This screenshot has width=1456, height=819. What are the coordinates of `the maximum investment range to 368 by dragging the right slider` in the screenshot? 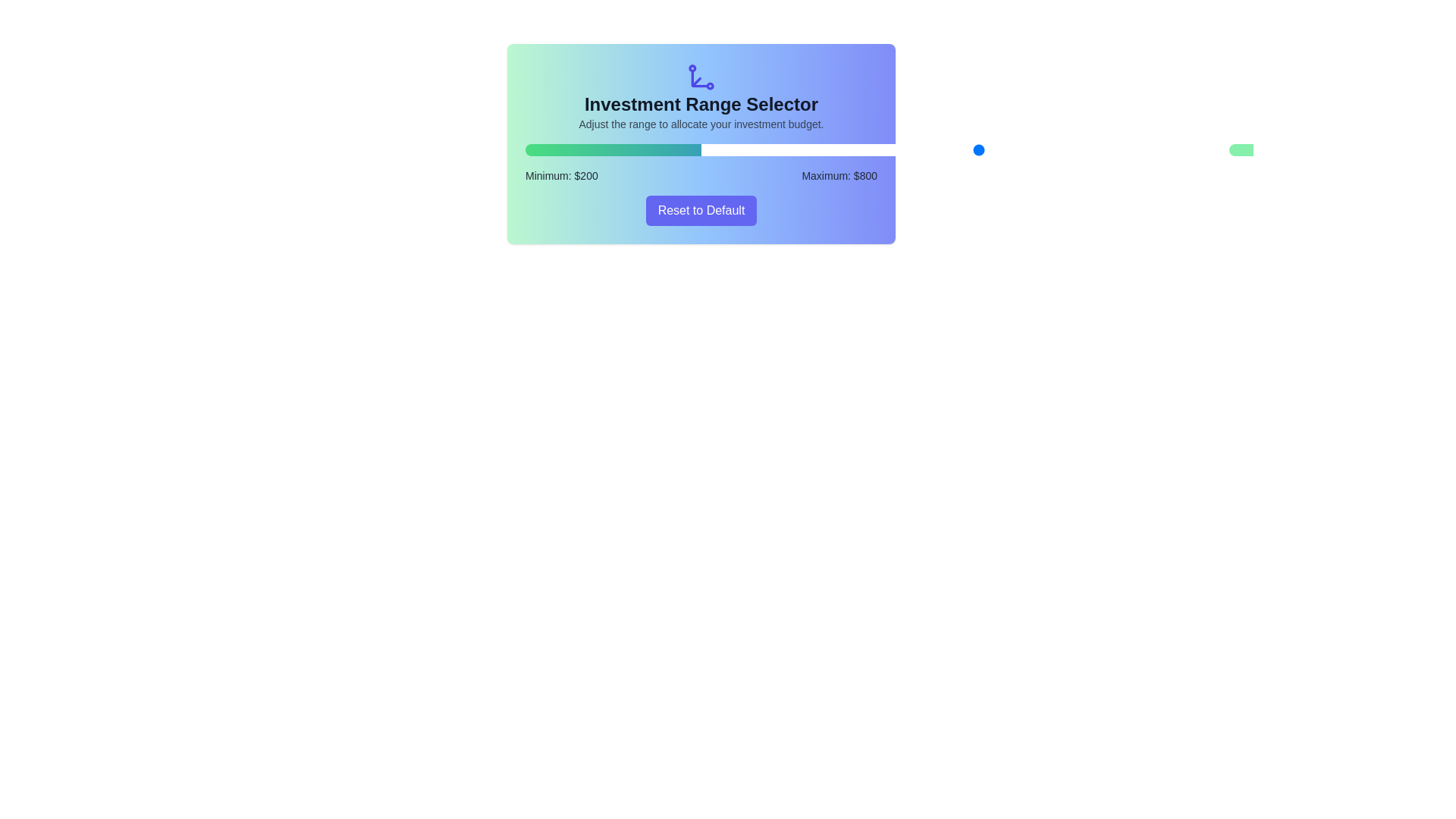 It's located at (799, 149).